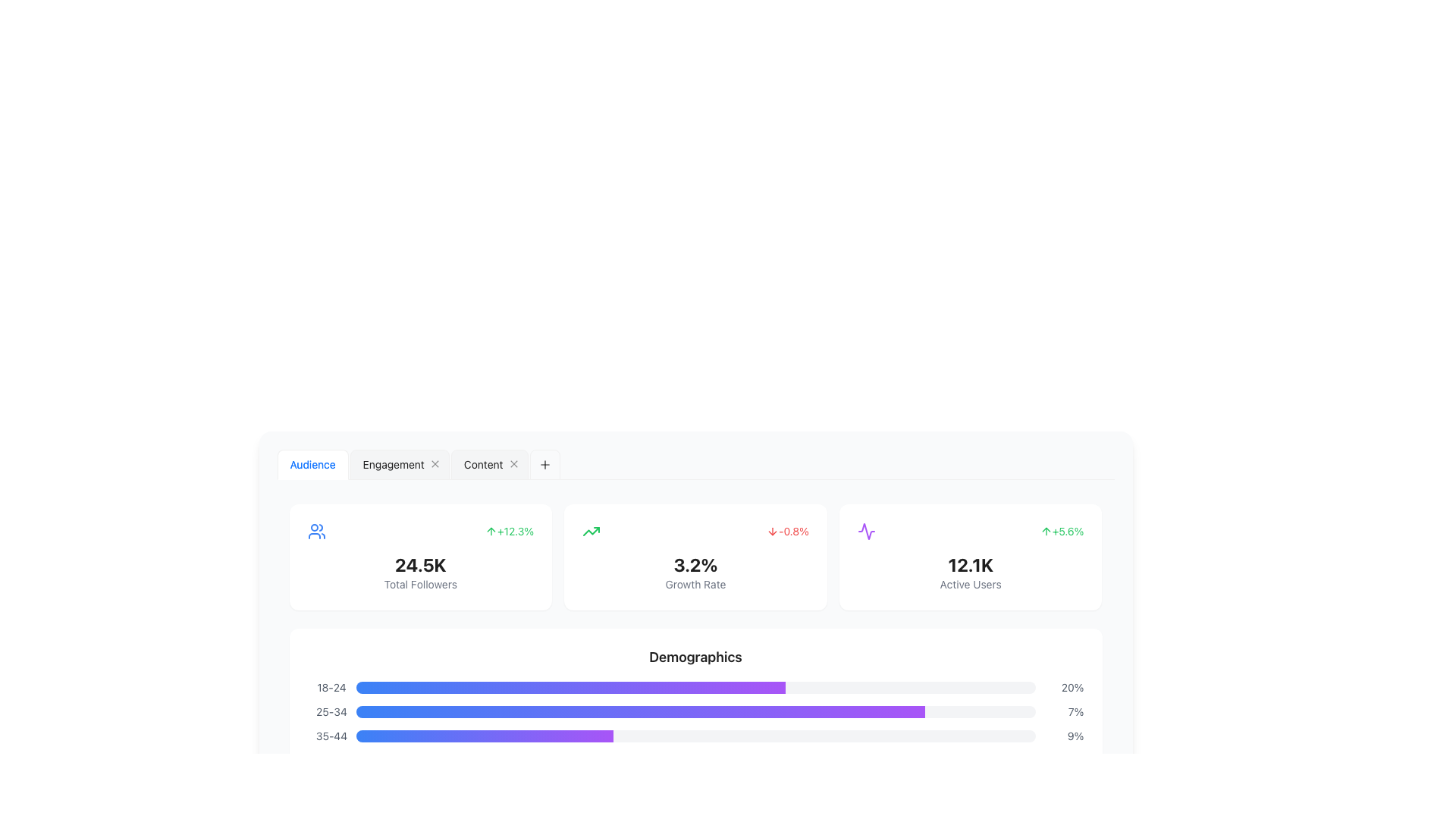 The width and height of the screenshot is (1456, 819). I want to click on the first Information display card, which features a blue user icon on the left, a bold '24.5K' text in the center, and a green upward arrow with percentage on the right, so click(420, 557).